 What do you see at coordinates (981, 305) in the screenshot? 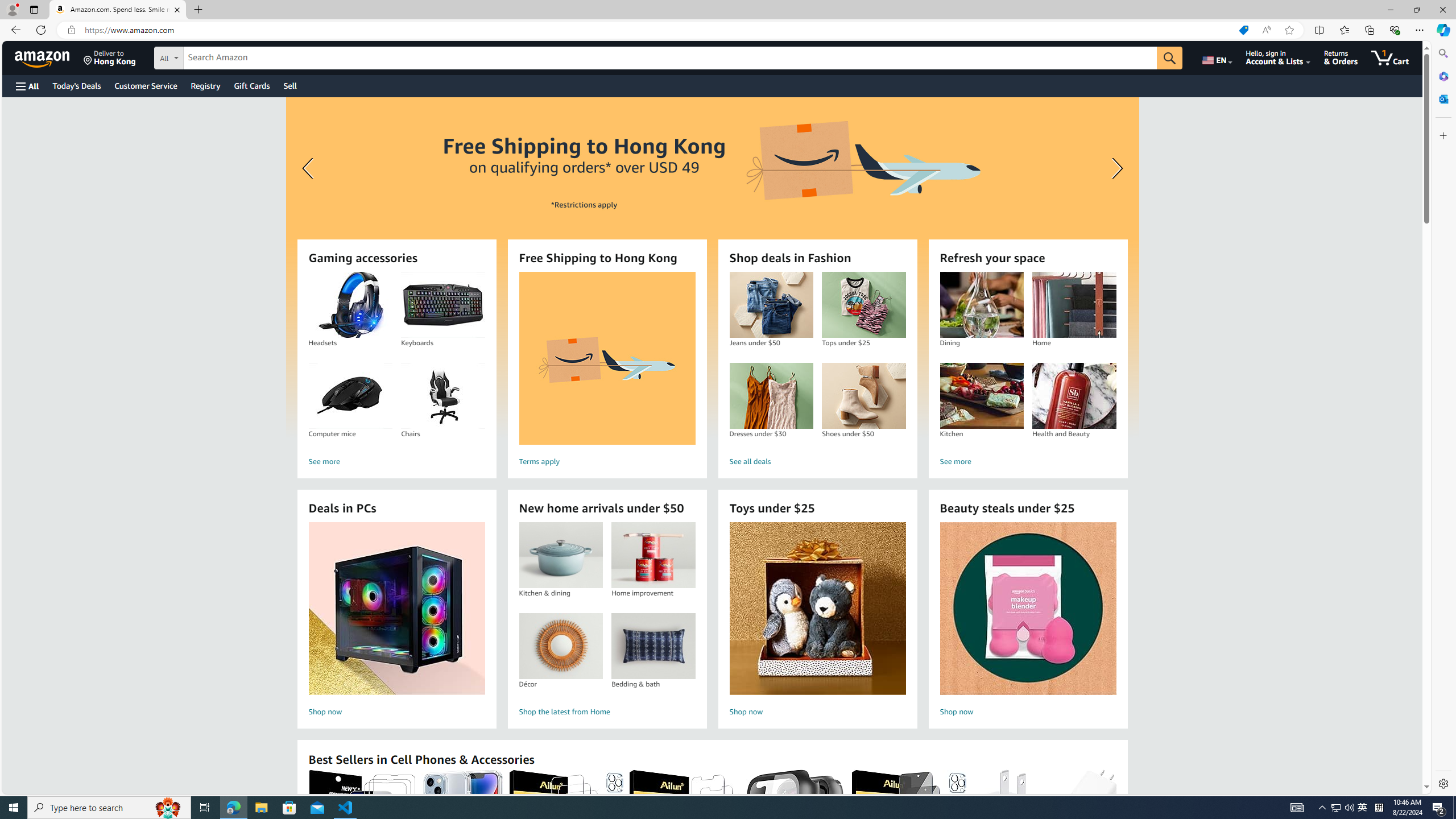
I see `'Dining'` at bounding box center [981, 305].